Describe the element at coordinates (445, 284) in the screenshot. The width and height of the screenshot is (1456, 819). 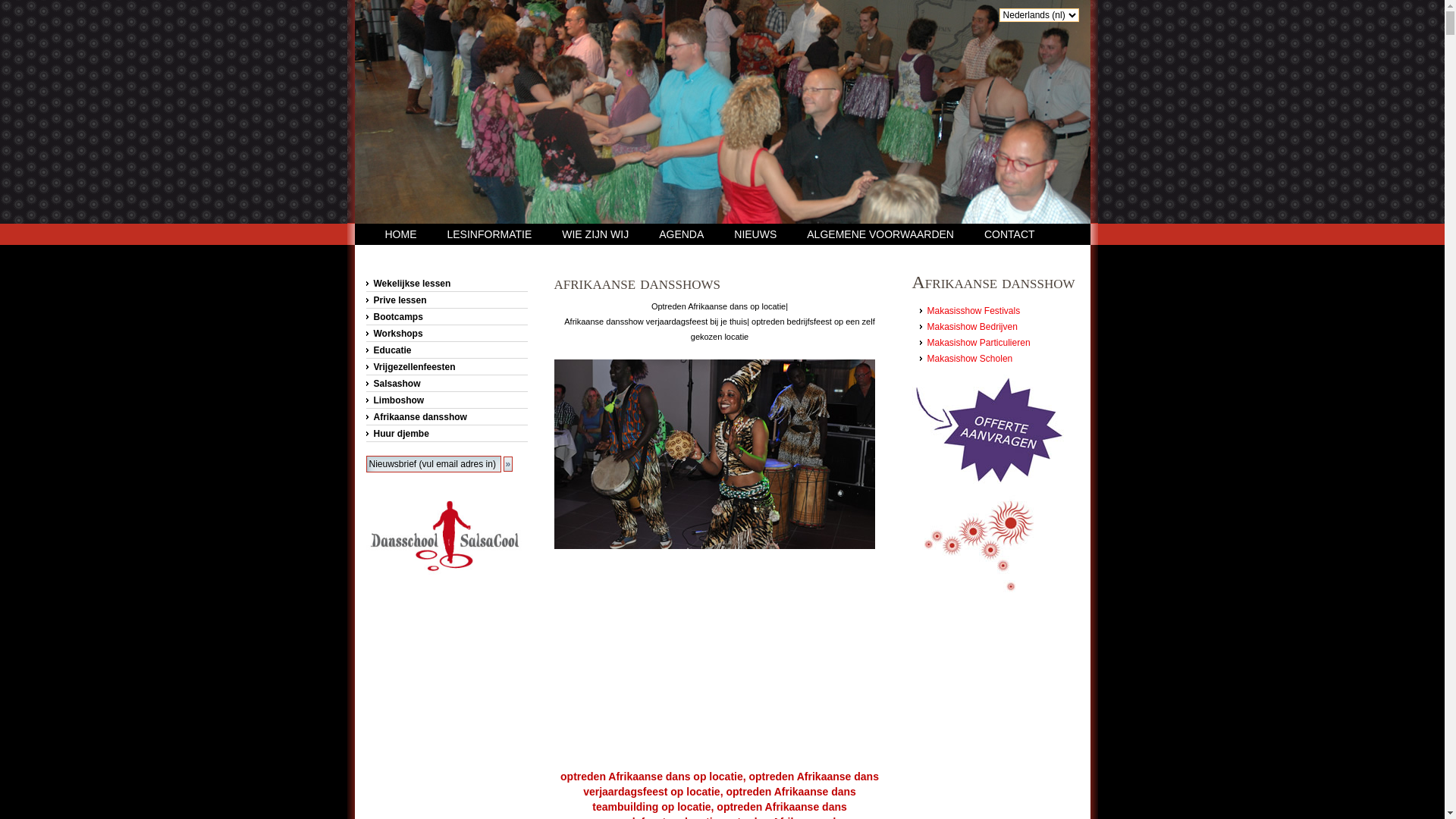
I see `'Wekelijkse lessen'` at that location.